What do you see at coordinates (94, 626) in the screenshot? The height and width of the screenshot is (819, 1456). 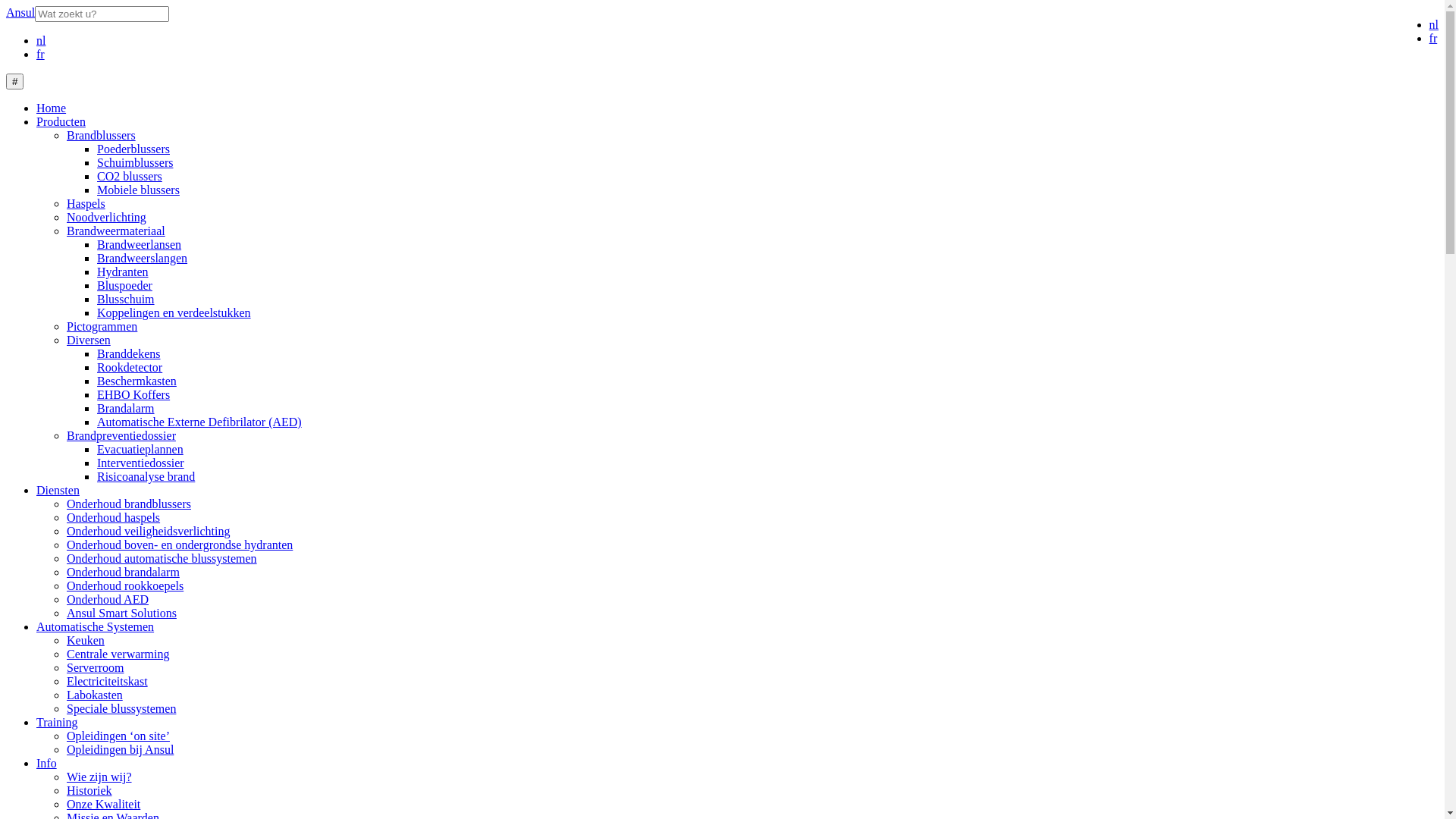 I see `'Automatische Systemen'` at bounding box center [94, 626].